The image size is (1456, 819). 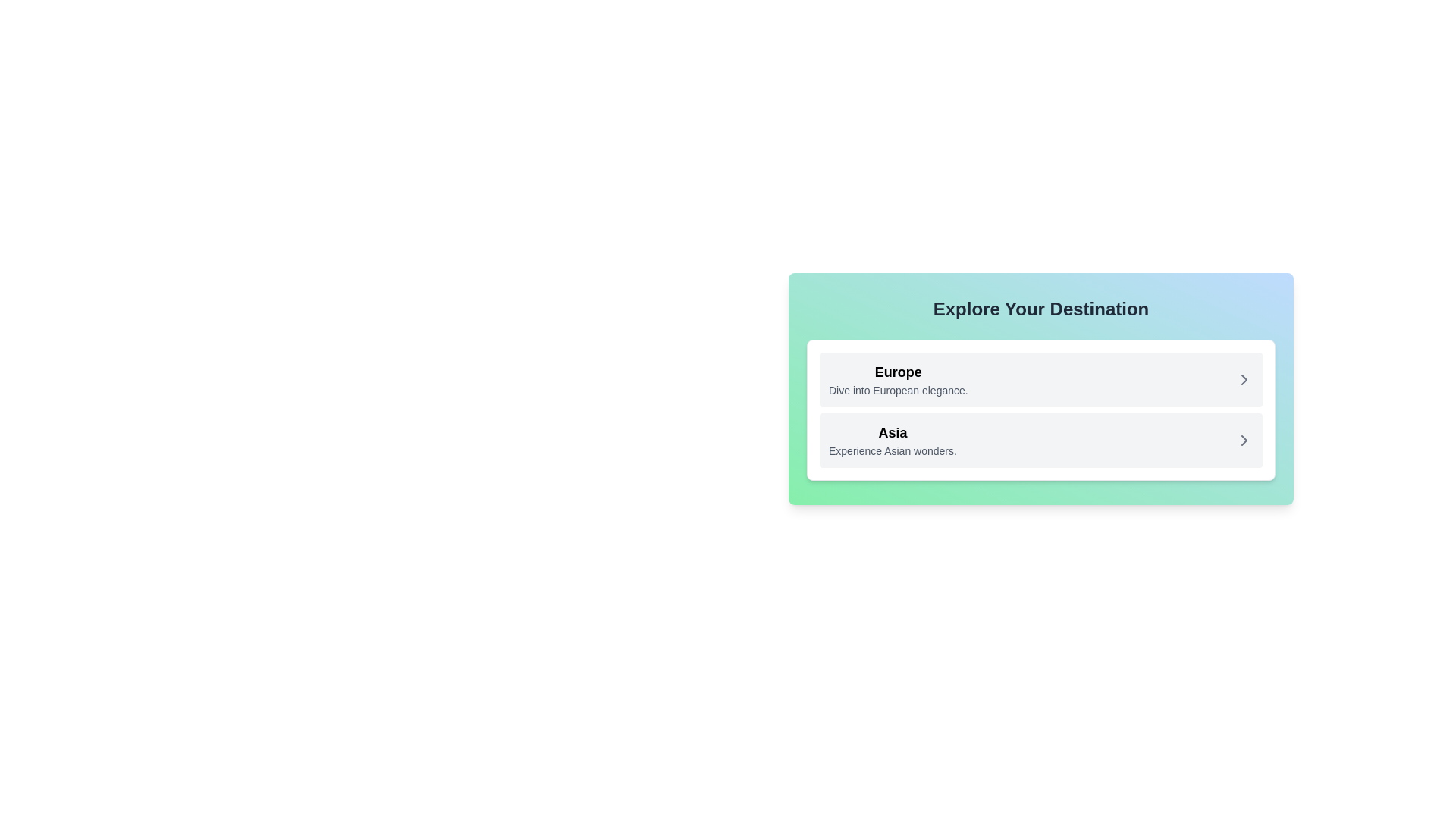 I want to click on the Text label identifying the category 'Asia' within the interface, which serves as the main title for its associated list item, so click(x=893, y=432).